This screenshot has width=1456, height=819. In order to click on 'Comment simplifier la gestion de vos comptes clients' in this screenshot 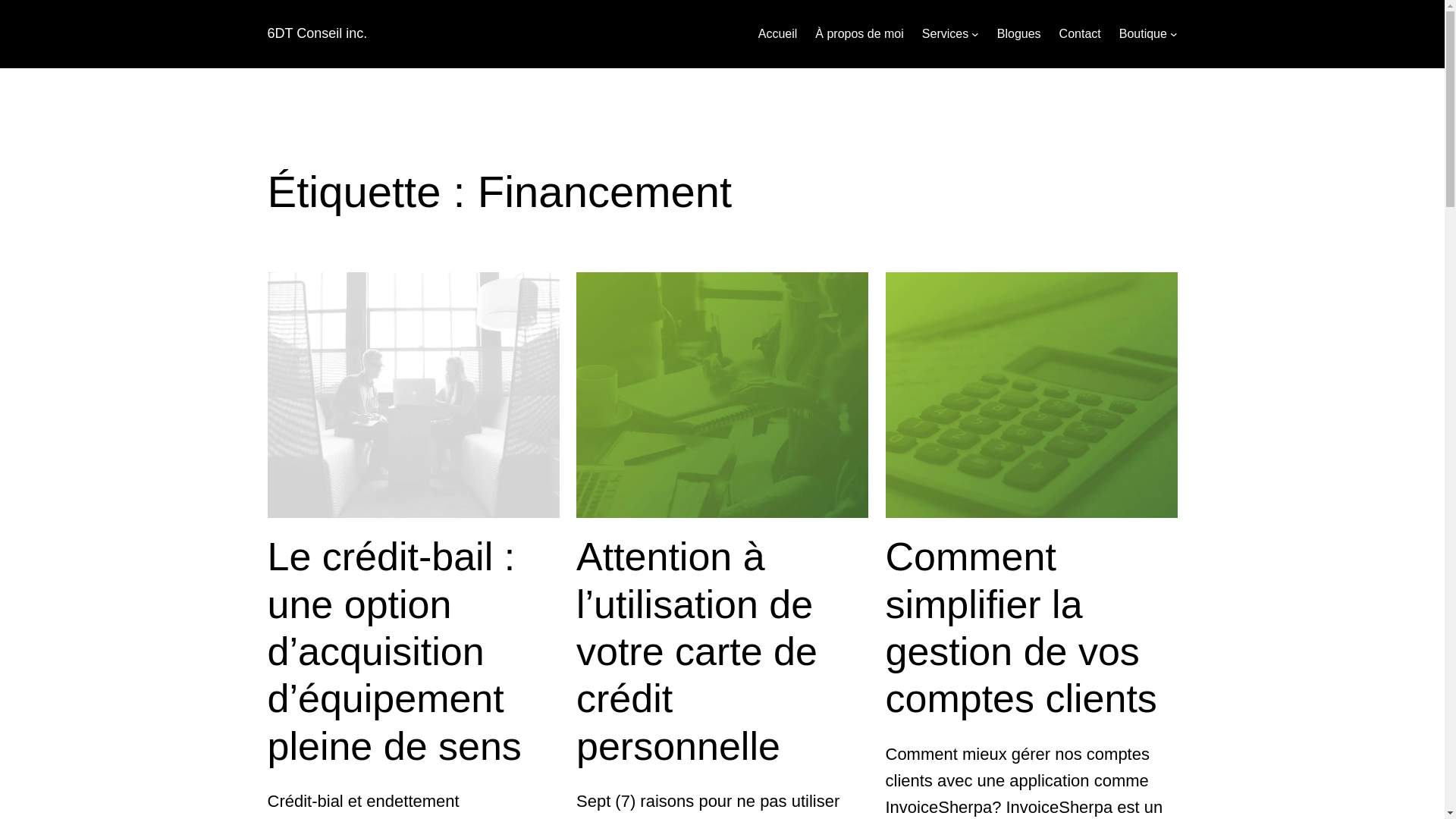, I will do `click(1031, 628)`.